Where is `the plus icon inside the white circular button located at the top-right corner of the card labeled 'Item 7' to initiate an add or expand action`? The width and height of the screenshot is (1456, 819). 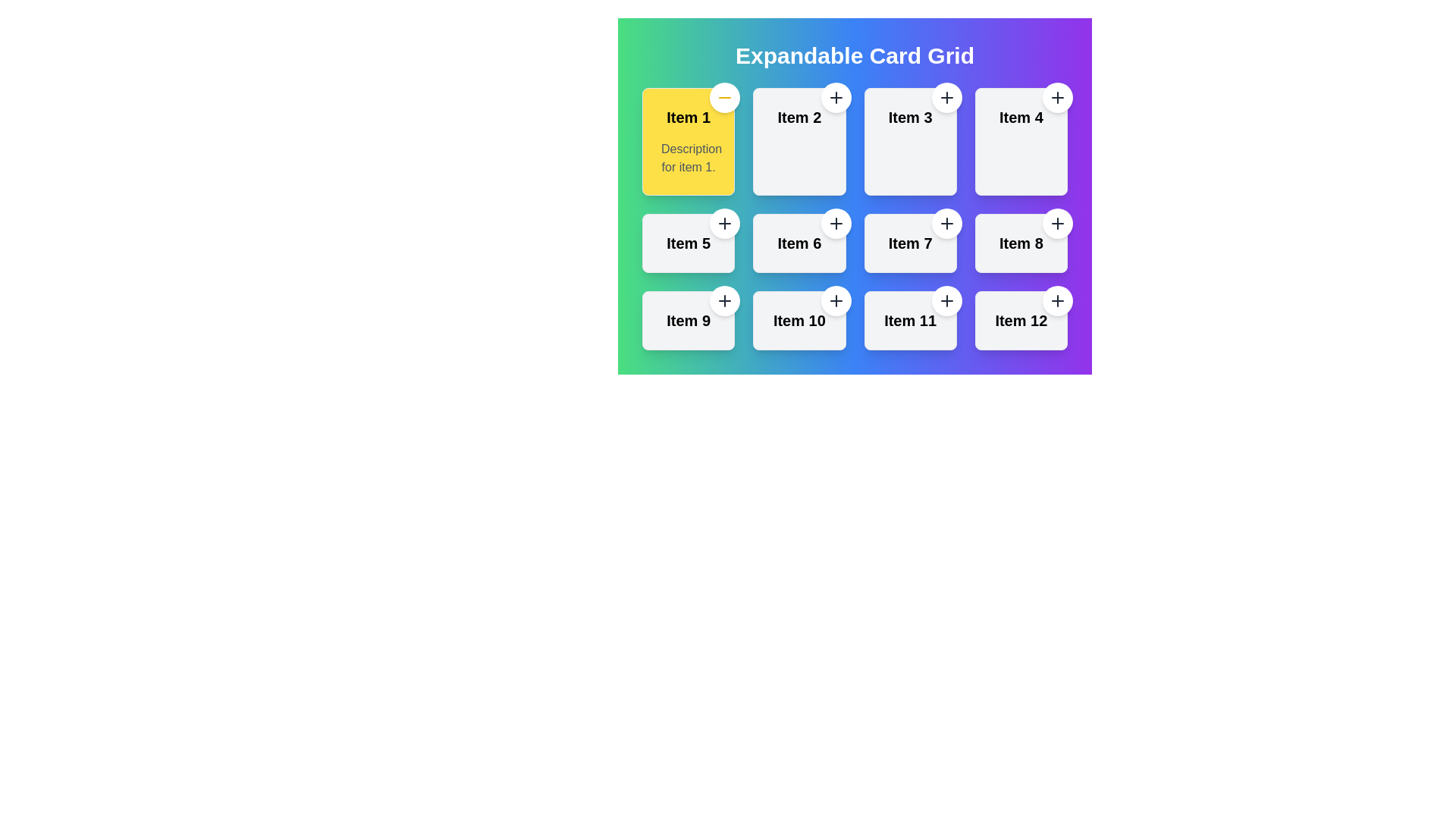
the plus icon inside the white circular button located at the top-right corner of the card labeled 'Item 7' to initiate an add or expand action is located at coordinates (946, 223).